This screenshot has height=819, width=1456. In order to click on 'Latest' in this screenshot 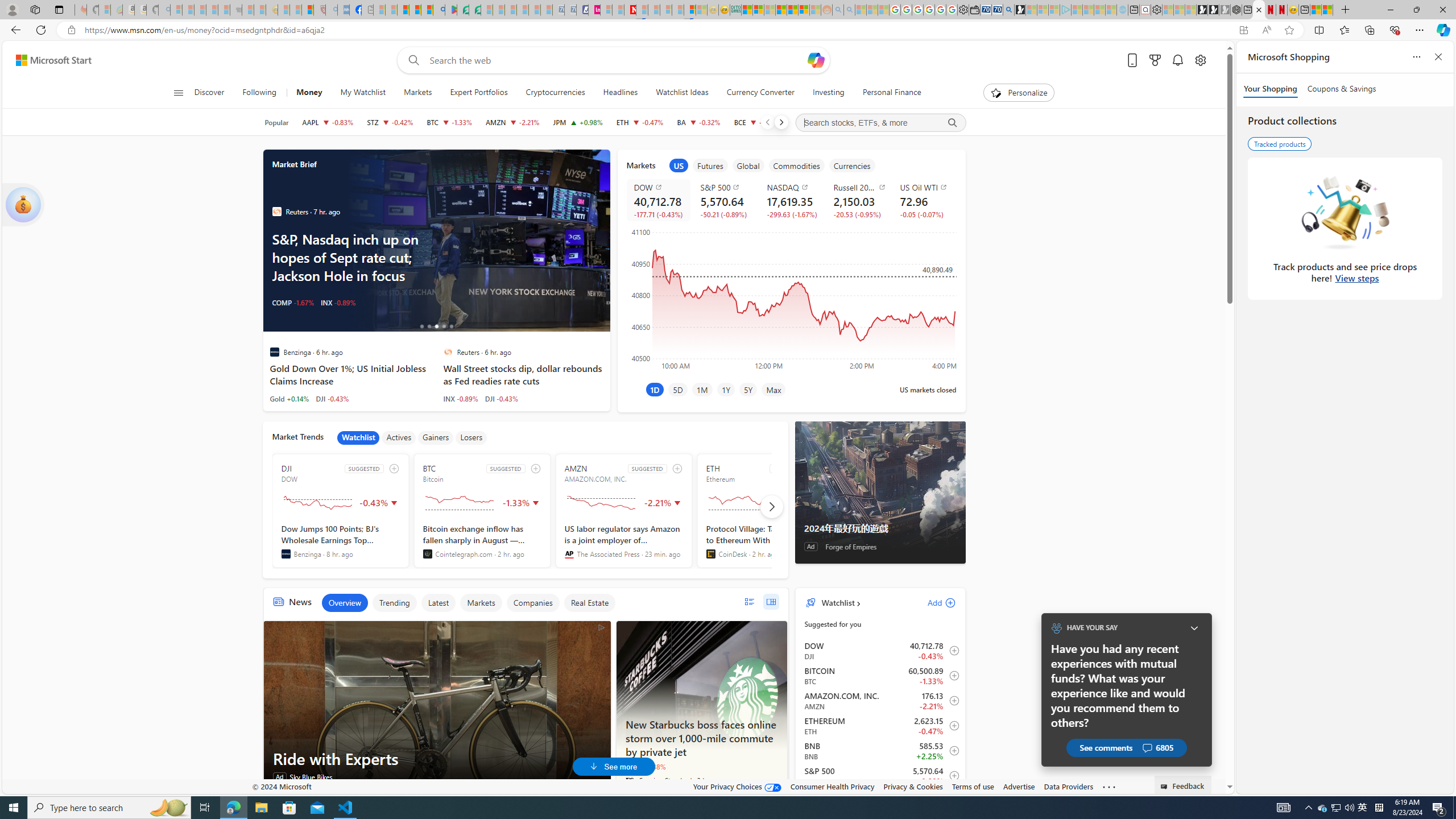, I will do `click(438, 602)`.